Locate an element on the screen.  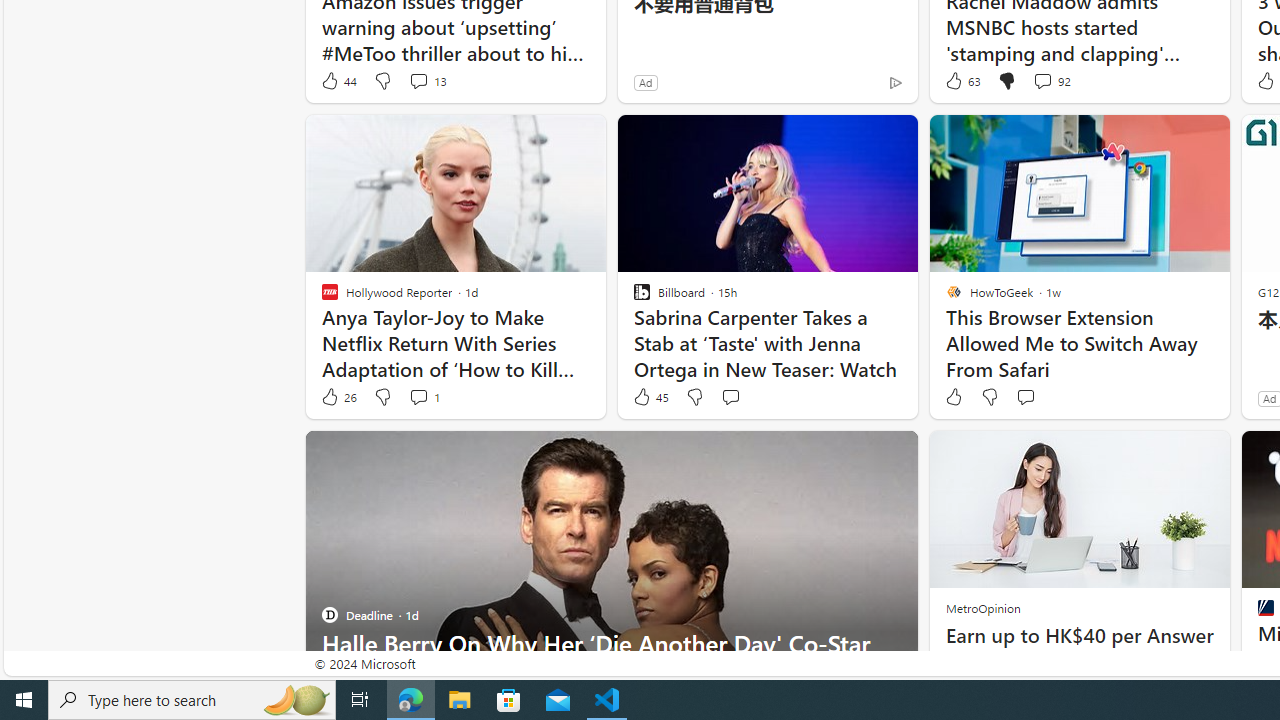
'45 Like' is located at coordinates (650, 397).